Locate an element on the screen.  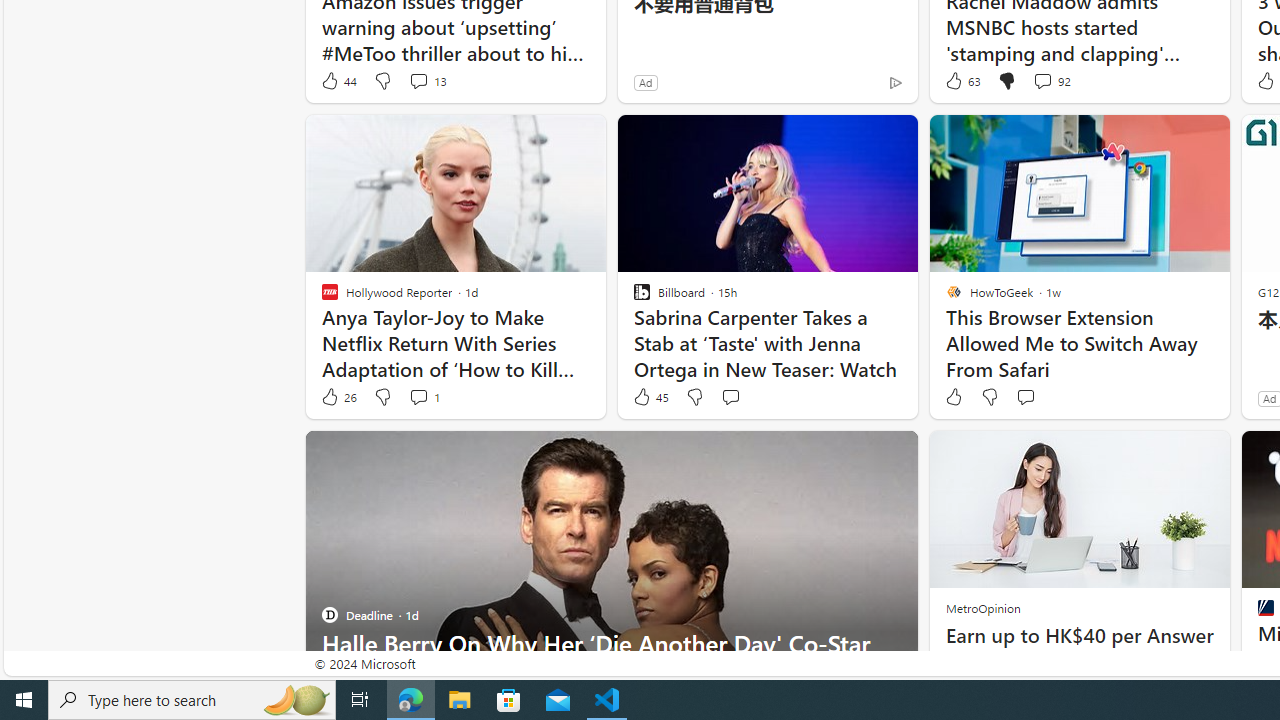
'45 Like' is located at coordinates (650, 397).